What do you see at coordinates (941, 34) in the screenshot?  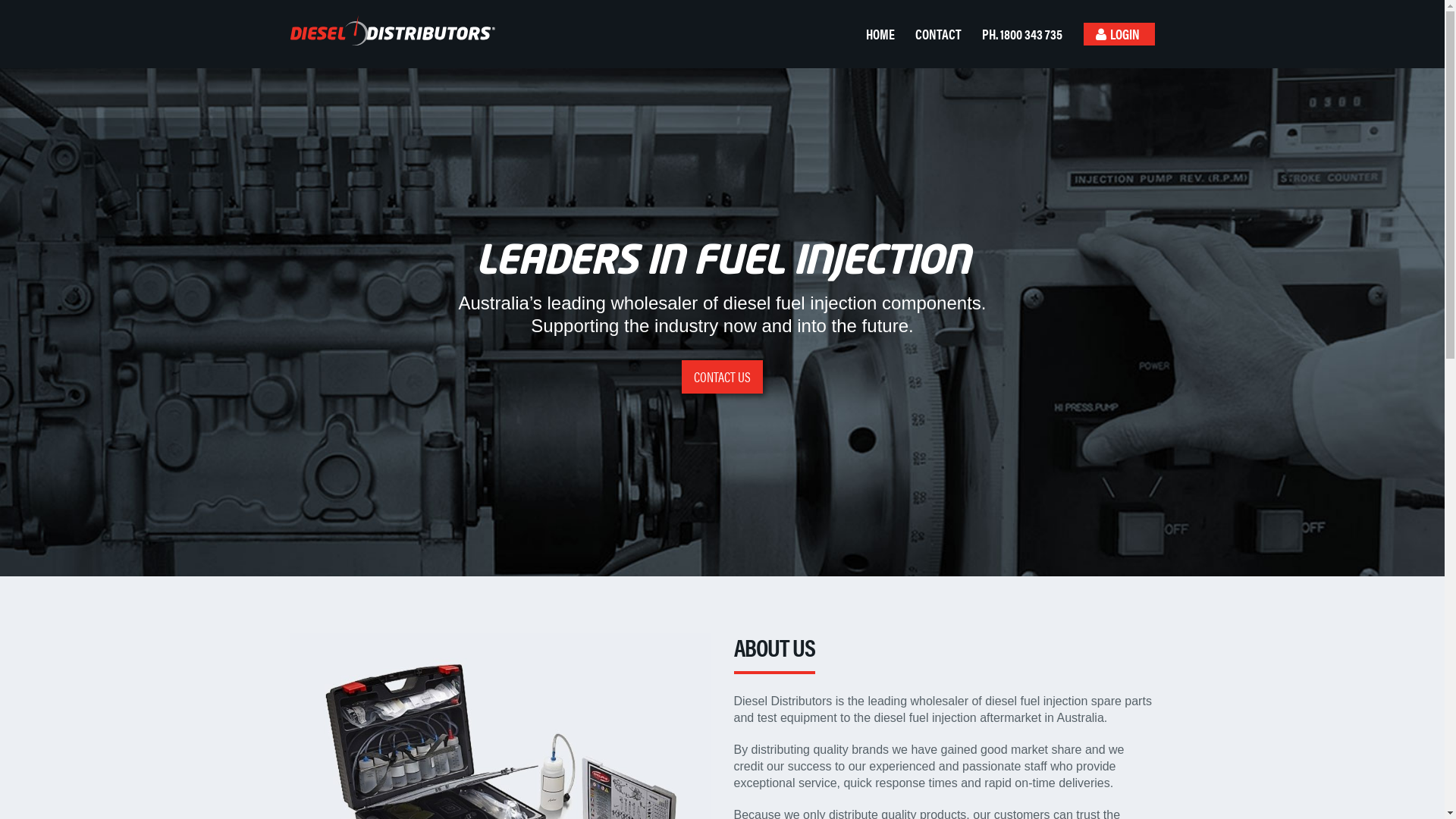 I see `'CONTACT'` at bounding box center [941, 34].